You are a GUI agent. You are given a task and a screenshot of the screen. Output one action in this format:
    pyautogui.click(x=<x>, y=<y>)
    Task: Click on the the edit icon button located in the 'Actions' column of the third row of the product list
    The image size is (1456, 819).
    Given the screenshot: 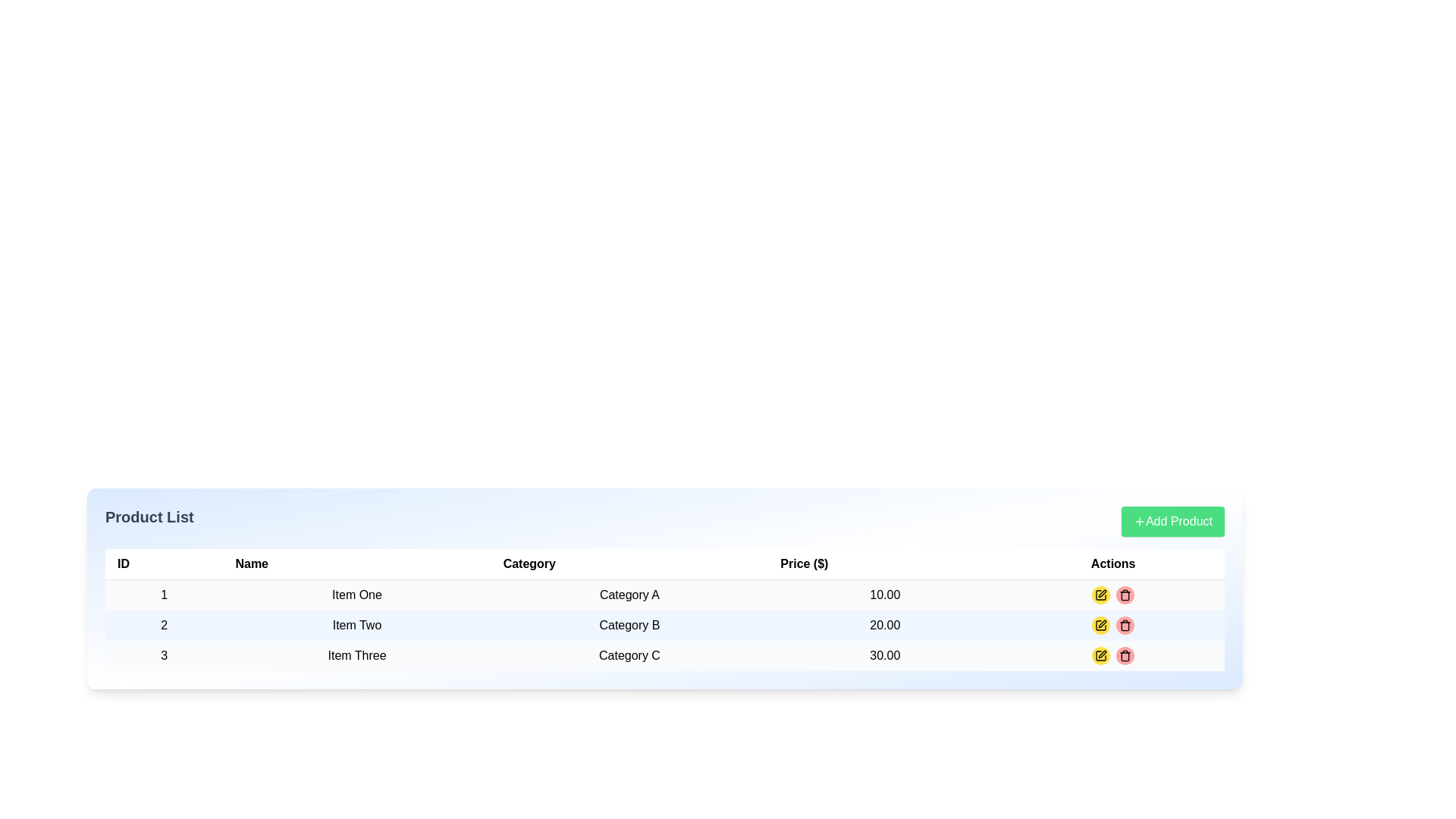 What is the action you would take?
    pyautogui.click(x=1101, y=595)
    